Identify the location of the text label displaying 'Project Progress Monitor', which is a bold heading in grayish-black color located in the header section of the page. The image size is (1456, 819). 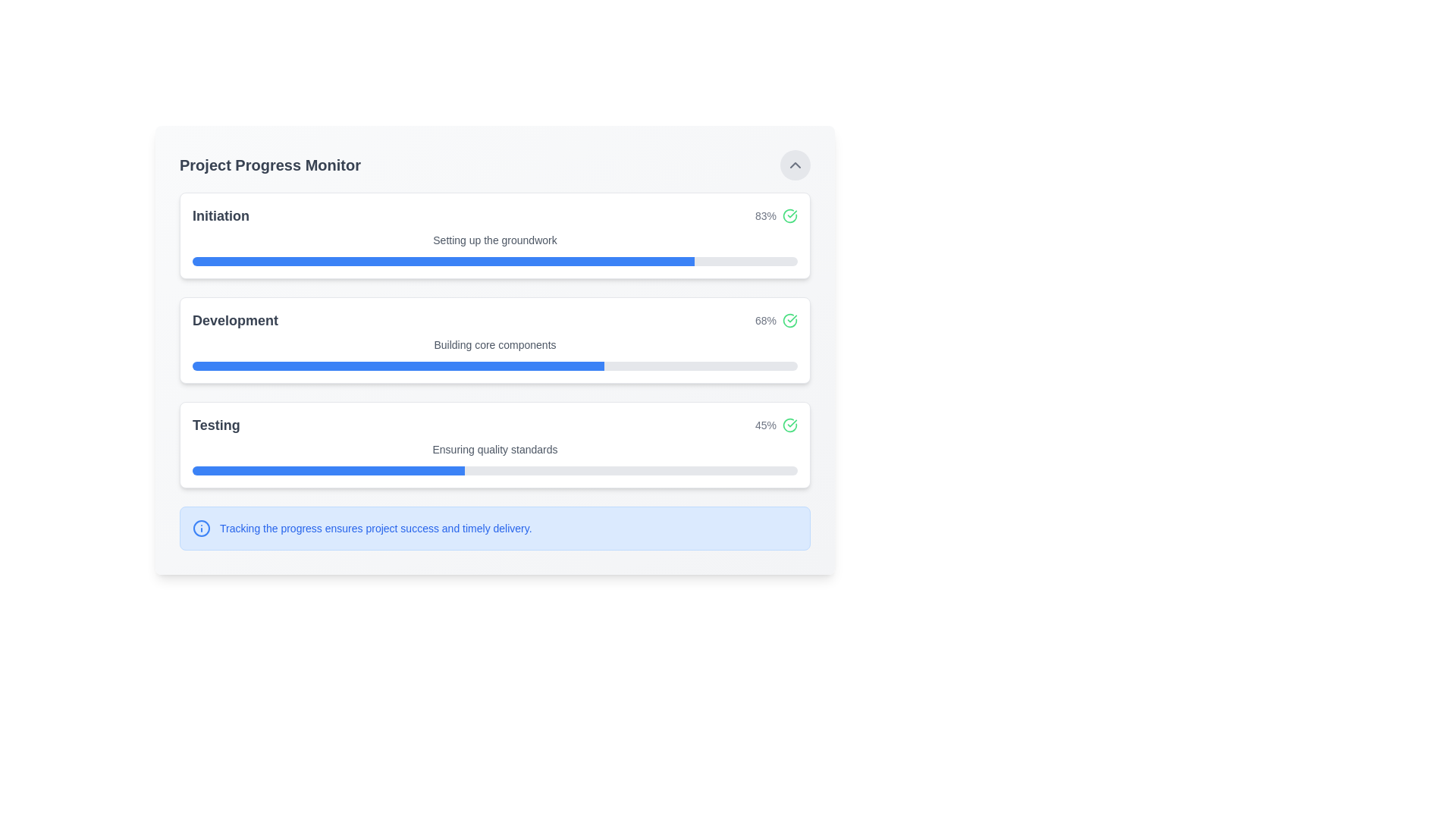
(270, 165).